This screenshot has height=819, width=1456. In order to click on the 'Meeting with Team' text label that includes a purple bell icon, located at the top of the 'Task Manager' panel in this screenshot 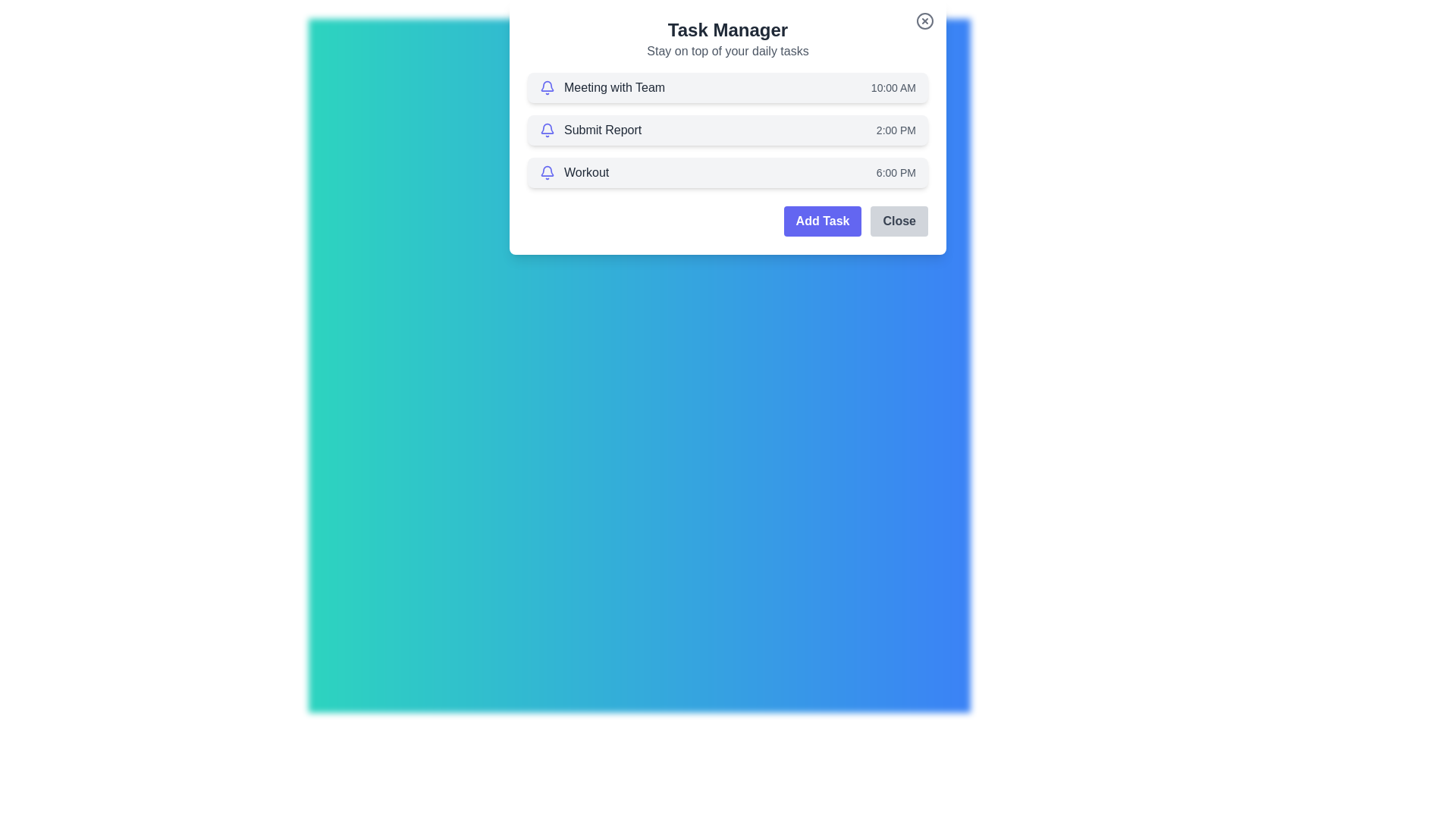, I will do `click(601, 87)`.